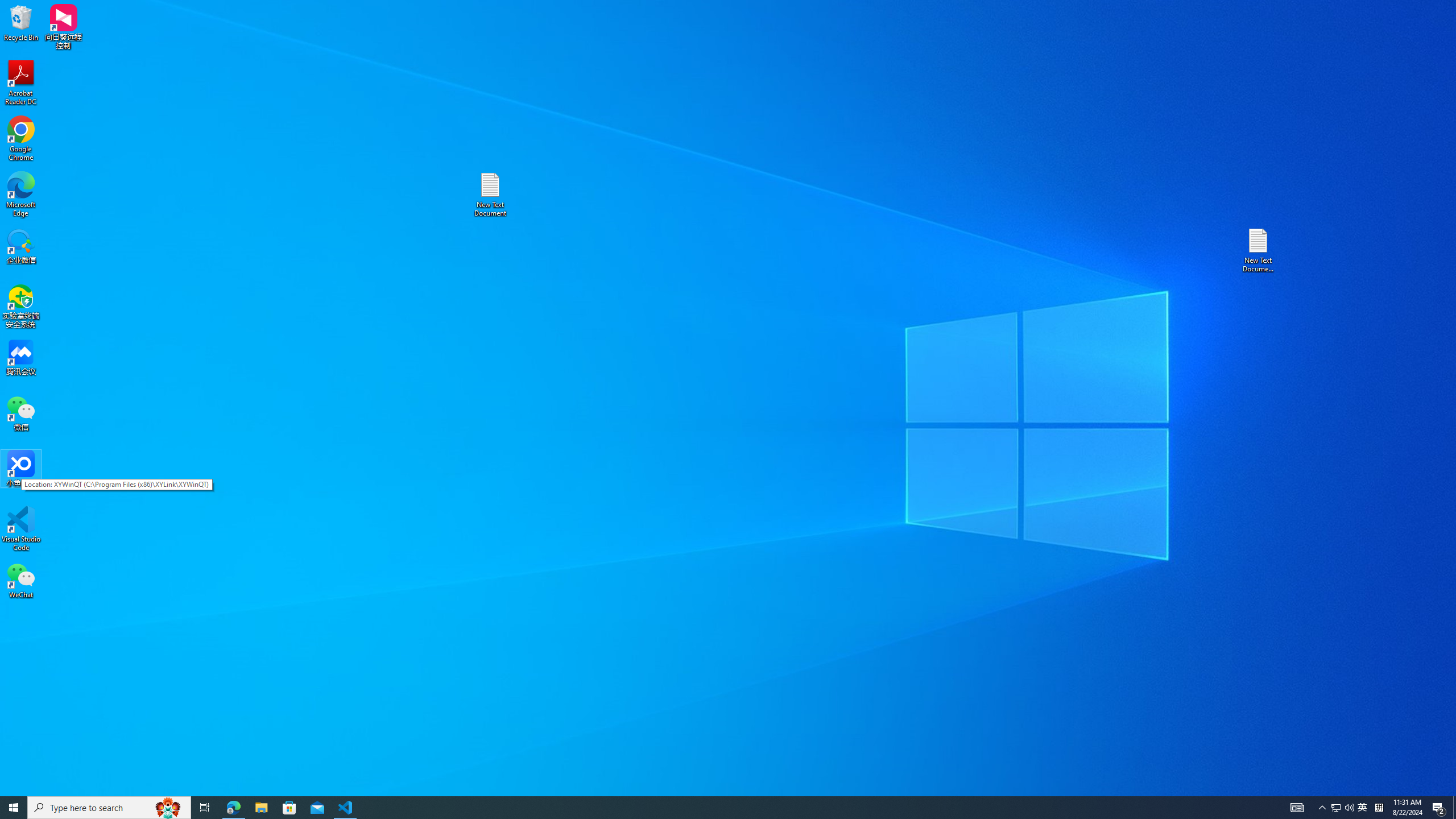 The width and height of the screenshot is (1456, 819). I want to click on 'New Text Document', so click(489, 194).